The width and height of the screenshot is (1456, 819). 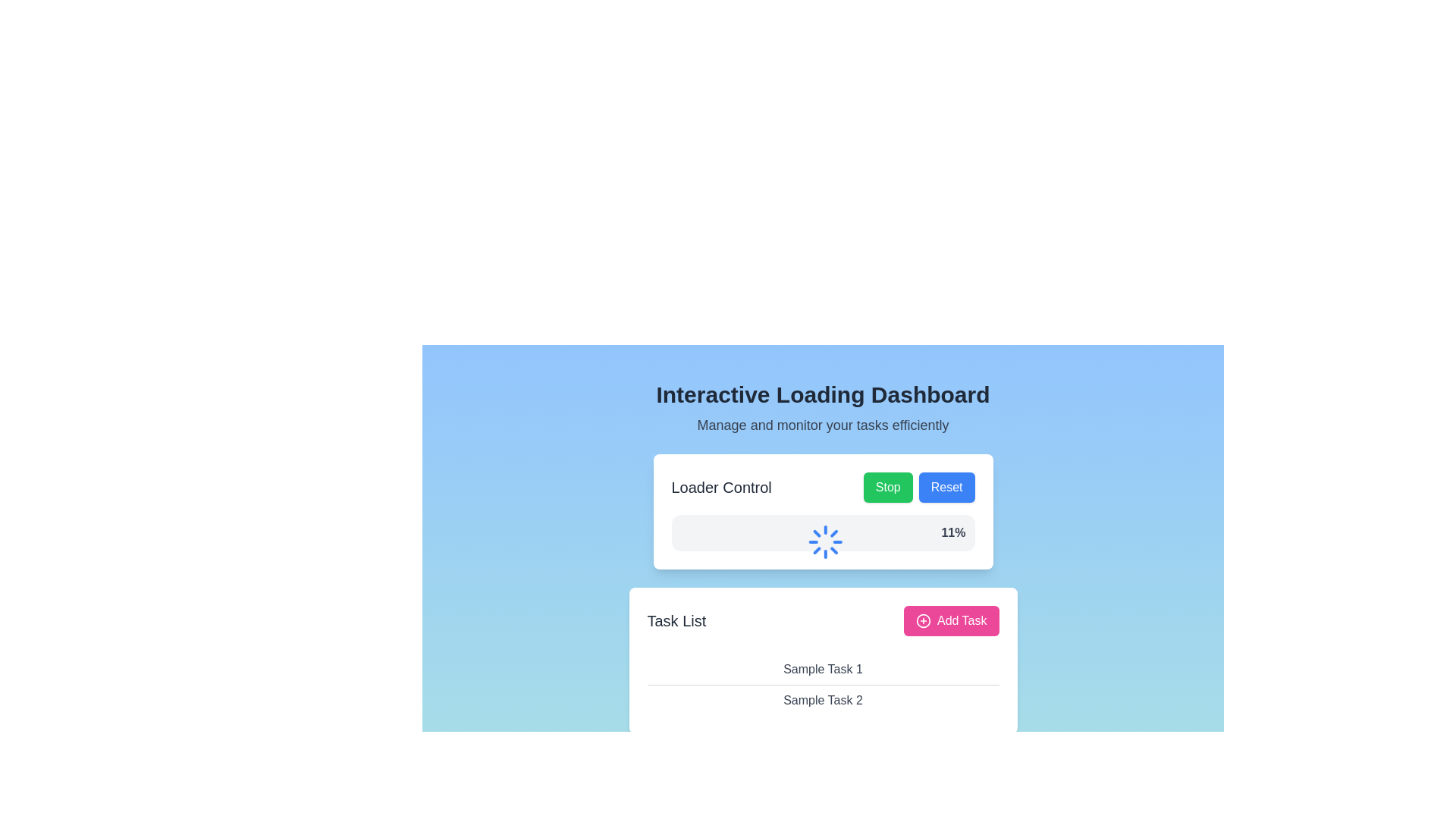 What do you see at coordinates (888, 487) in the screenshot?
I see `the green button labeled 'Stop' located in the upper central region of the interface, which is part of the 'Loader Control' section` at bounding box center [888, 487].